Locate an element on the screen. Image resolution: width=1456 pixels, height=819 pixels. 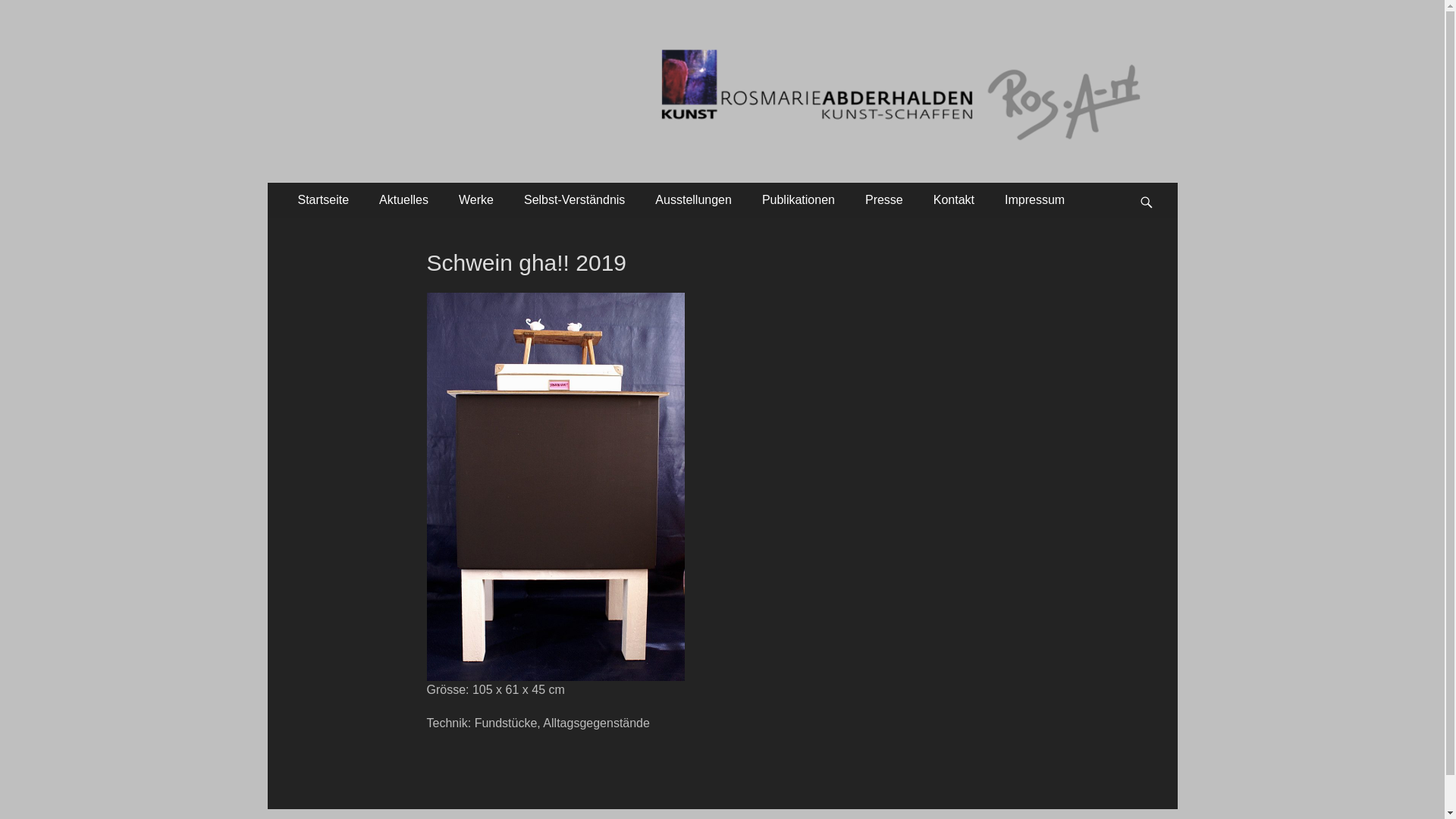
'Impressum' is located at coordinates (990, 199).